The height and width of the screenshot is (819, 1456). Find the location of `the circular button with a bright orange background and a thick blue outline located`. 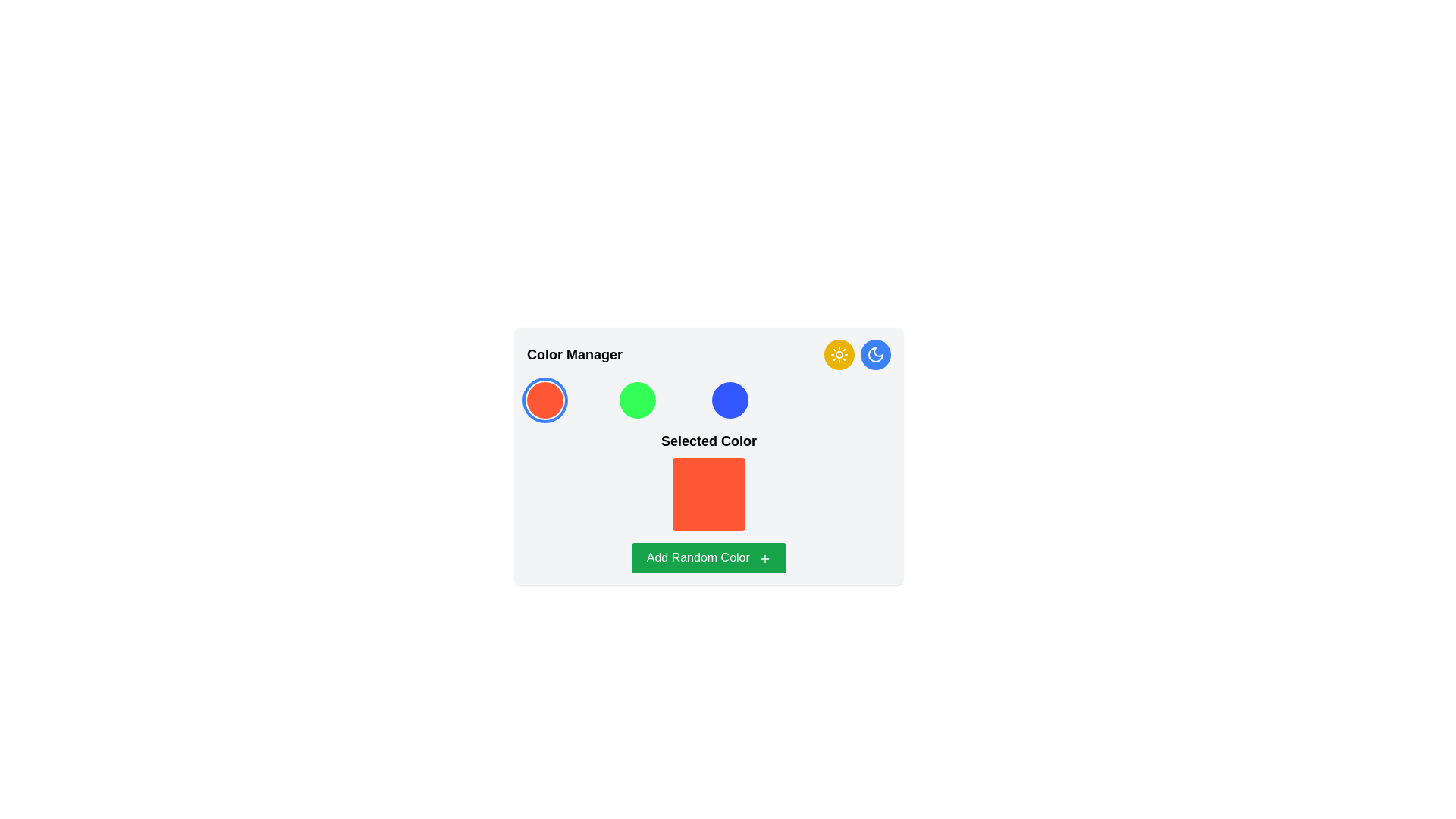

the circular button with a bright orange background and a thick blue outline located is located at coordinates (545, 400).